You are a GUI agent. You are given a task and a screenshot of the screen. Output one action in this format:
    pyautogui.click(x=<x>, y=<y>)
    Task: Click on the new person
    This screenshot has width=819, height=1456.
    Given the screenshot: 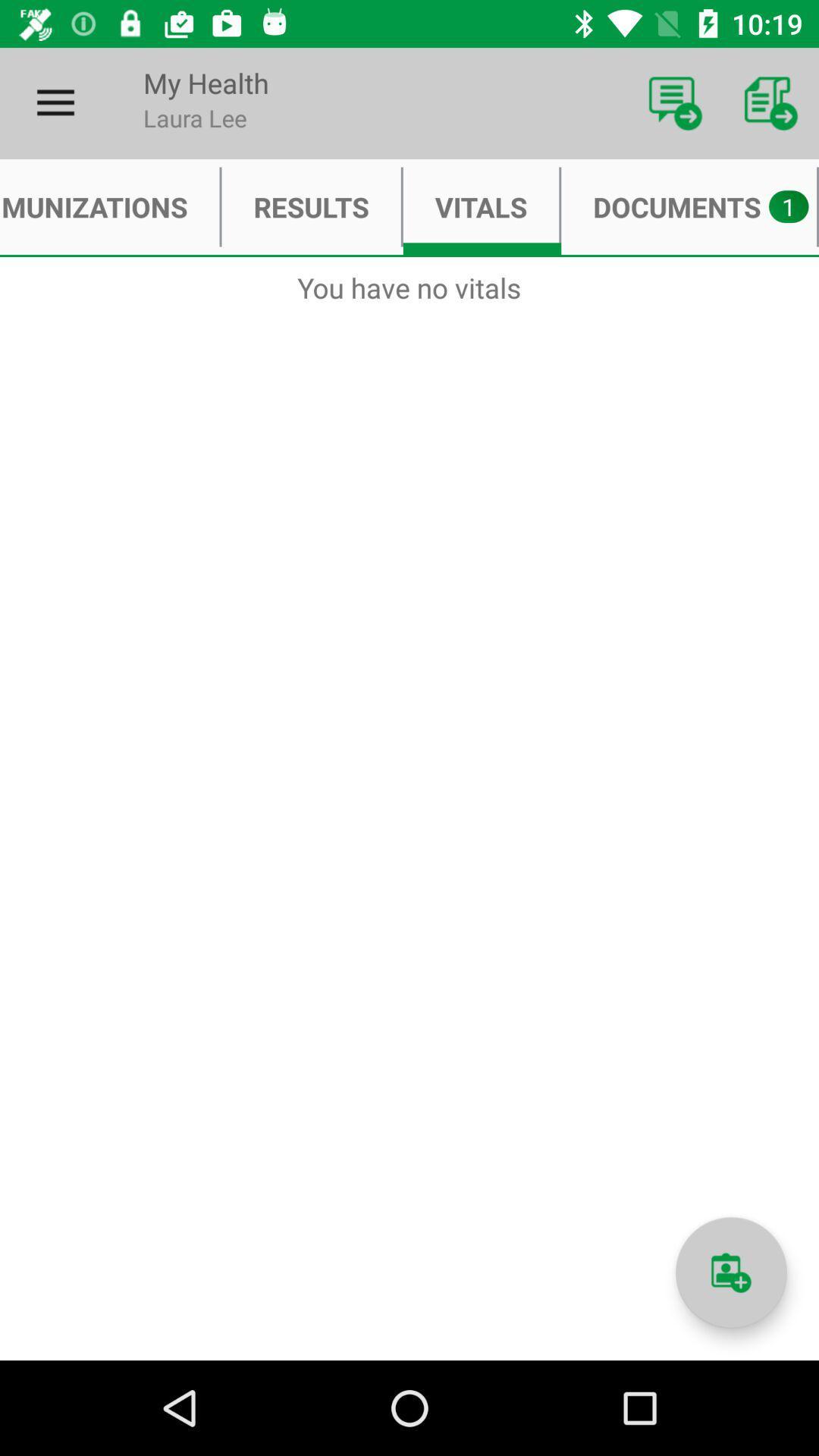 What is the action you would take?
    pyautogui.click(x=730, y=1272)
    